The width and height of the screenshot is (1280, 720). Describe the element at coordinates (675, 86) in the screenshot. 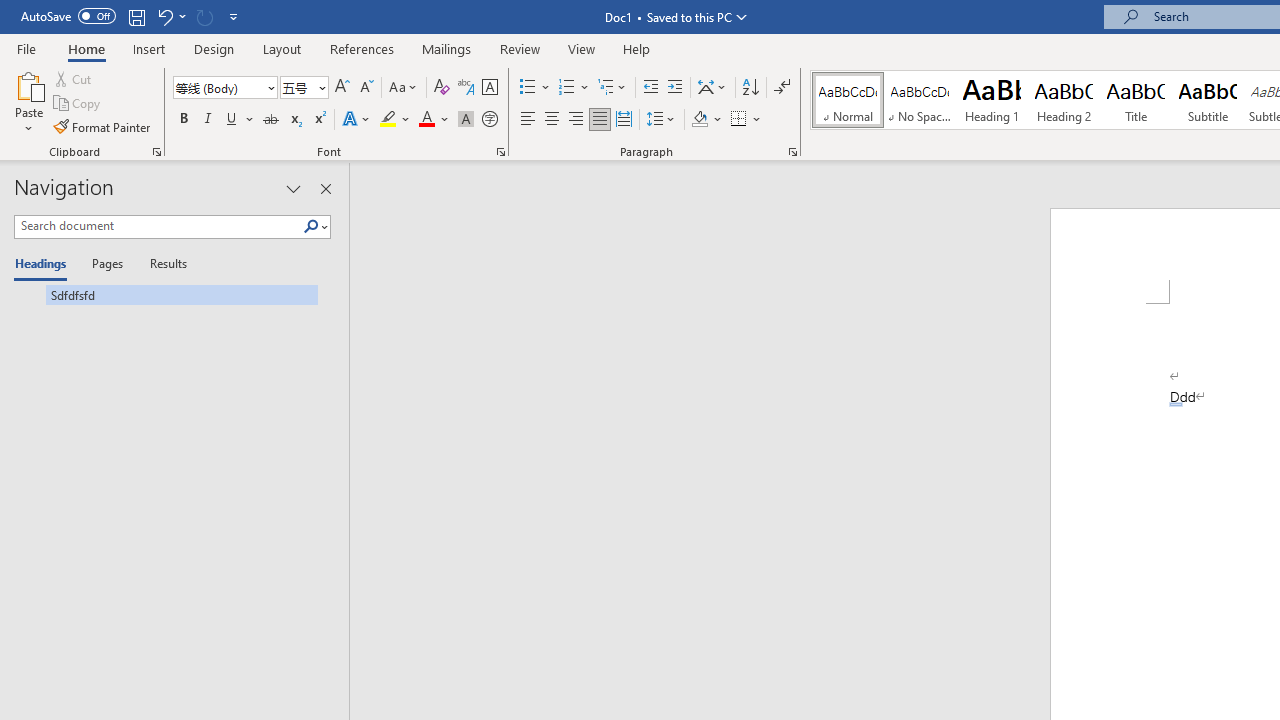

I see `'Increase Indent'` at that location.